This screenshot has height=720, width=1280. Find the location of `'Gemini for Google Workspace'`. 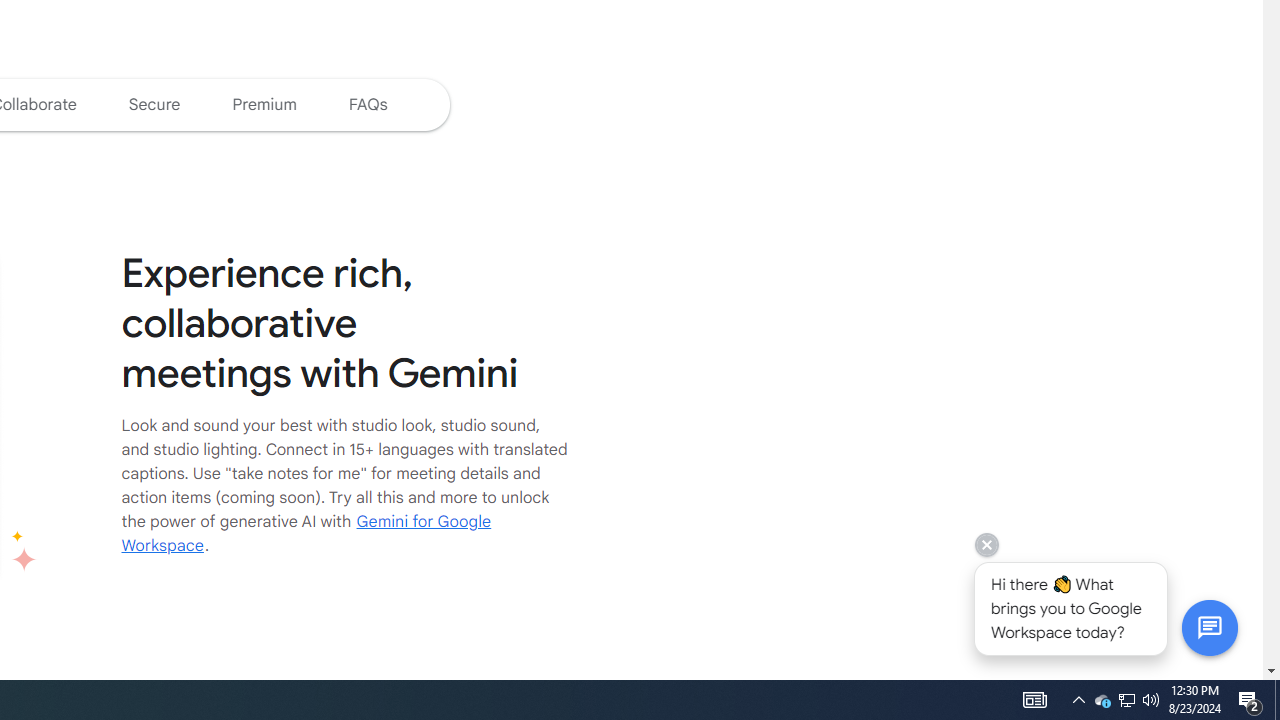

'Gemini for Google Workspace' is located at coordinates (305, 532).